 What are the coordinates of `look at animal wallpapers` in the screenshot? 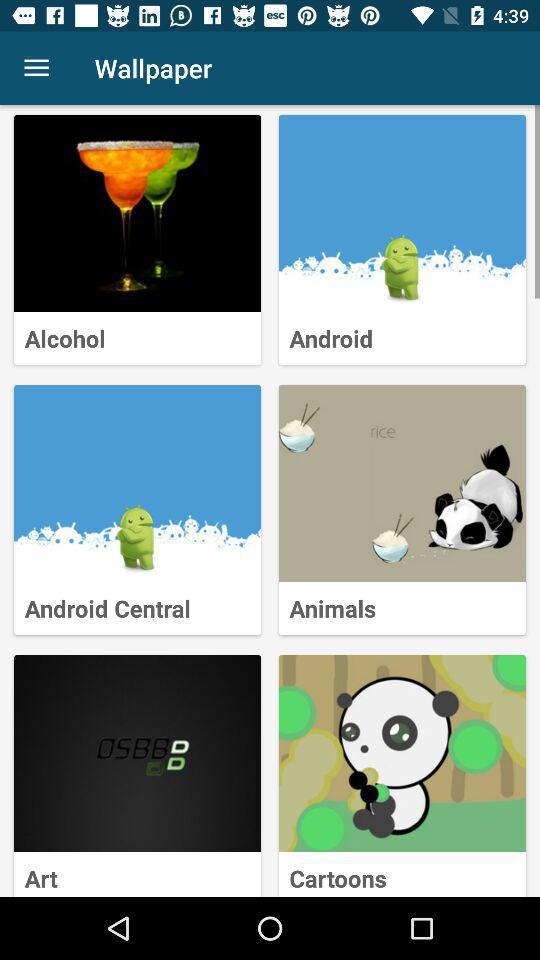 It's located at (402, 482).